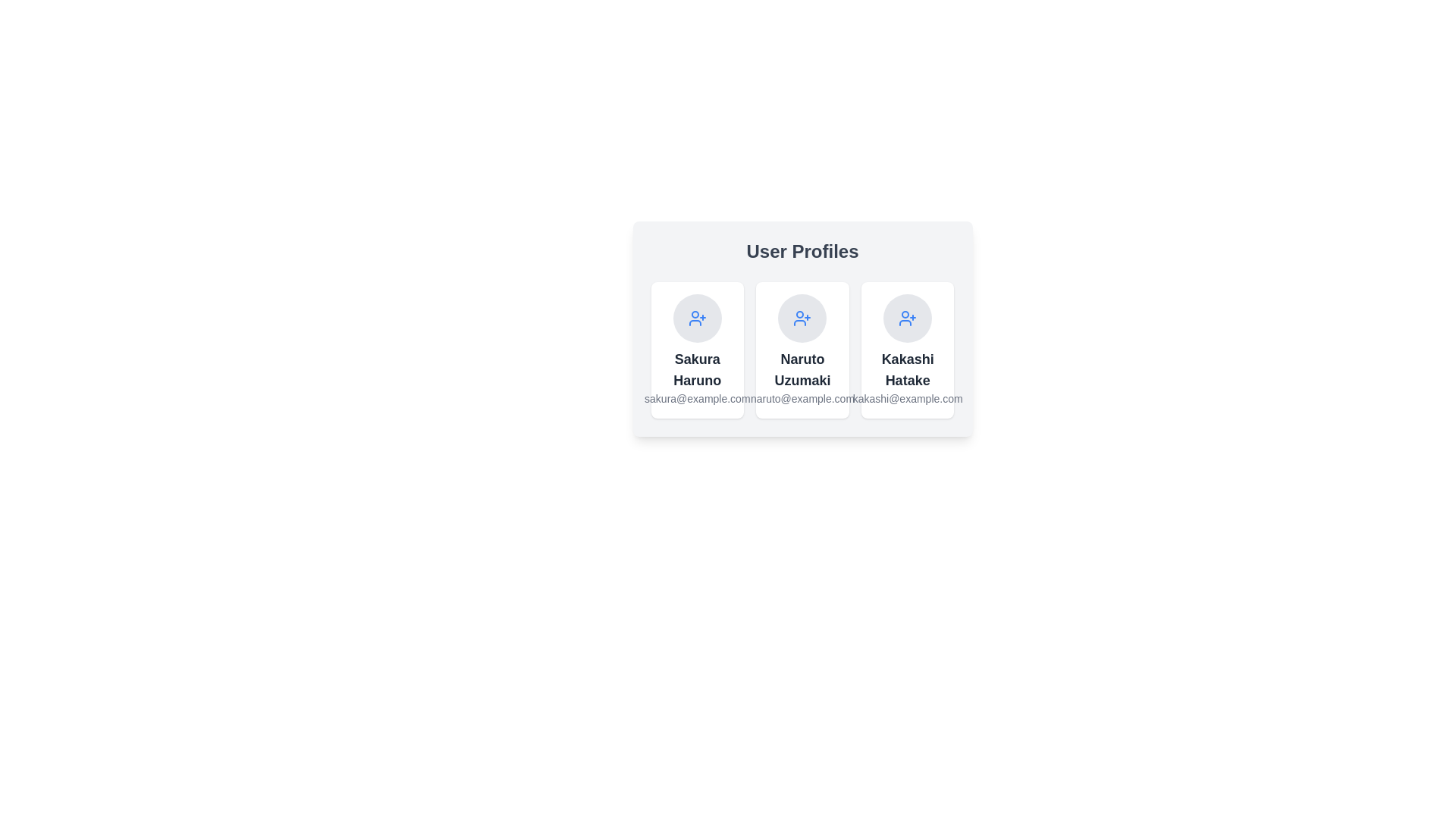 This screenshot has height=819, width=1456. Describe the element at coordinates (908, 318) in the screenshot. I see `the user profile icon located at the top of the third card in the horizontal row of user profile cards` at that location.